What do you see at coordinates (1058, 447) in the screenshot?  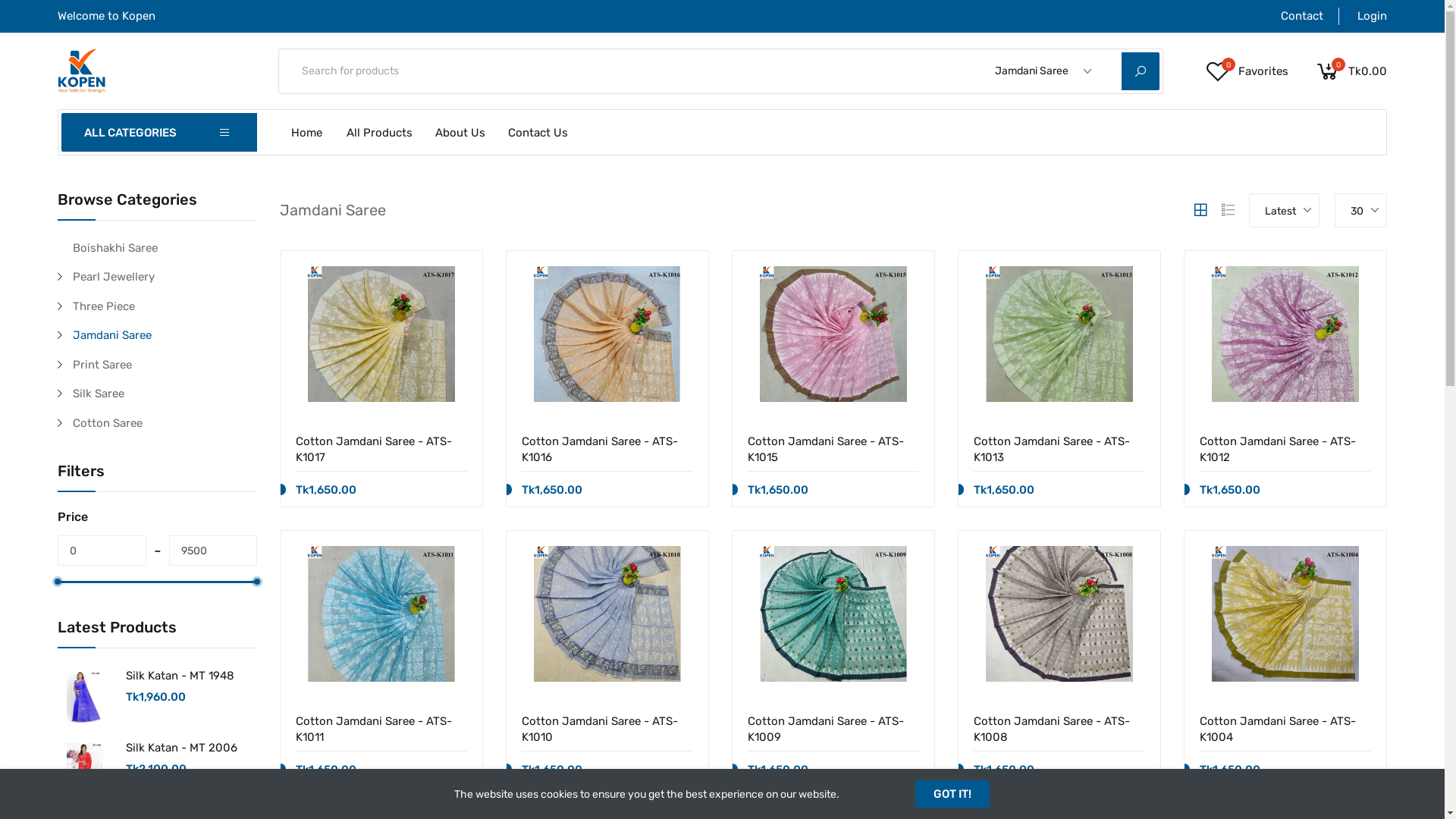 I see `'Cotton Jamdani Saree - ATS-K1013'` at bounding box center [1058, 447].